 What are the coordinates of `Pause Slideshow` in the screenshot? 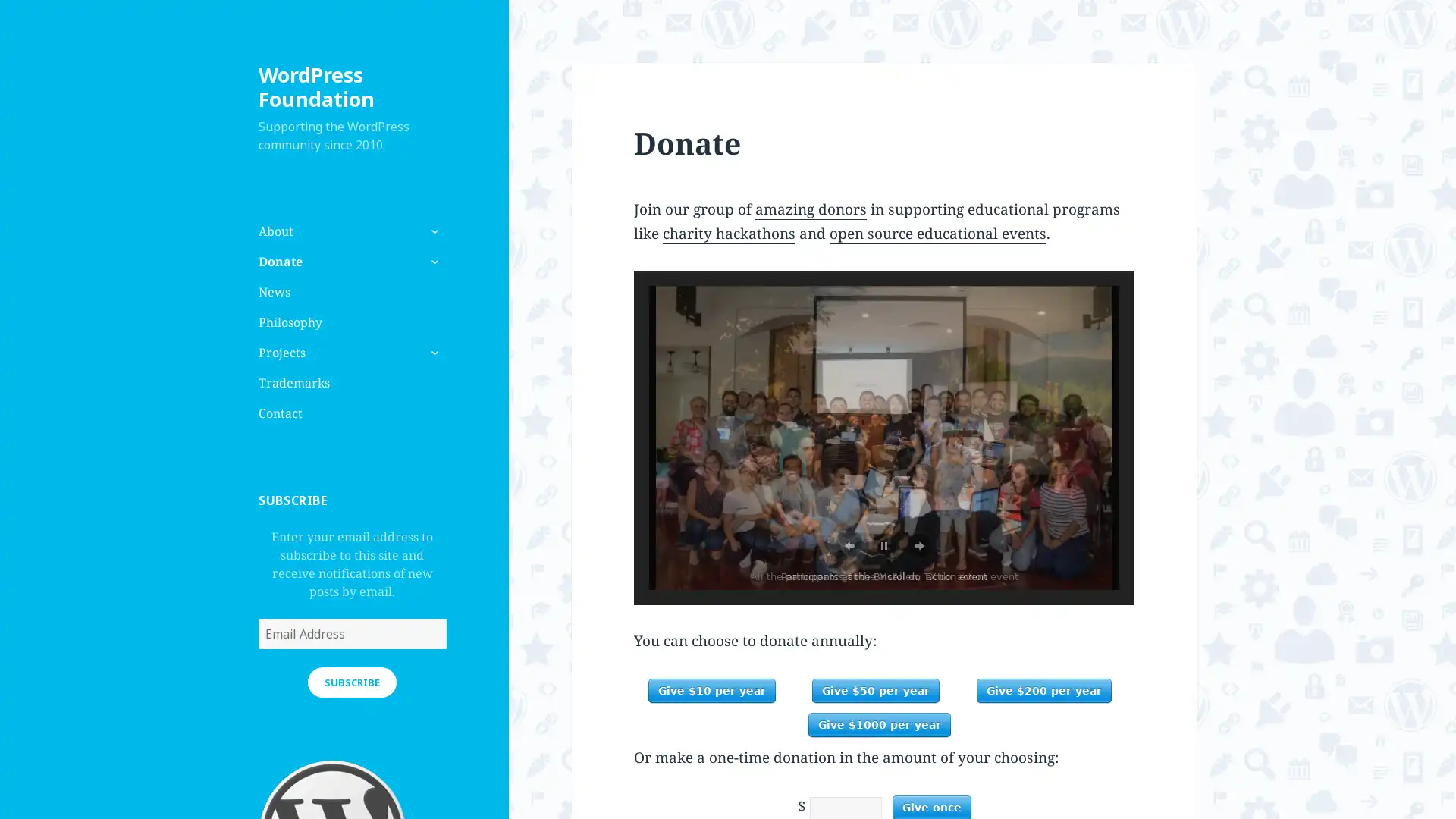 It's located at (884, 546).